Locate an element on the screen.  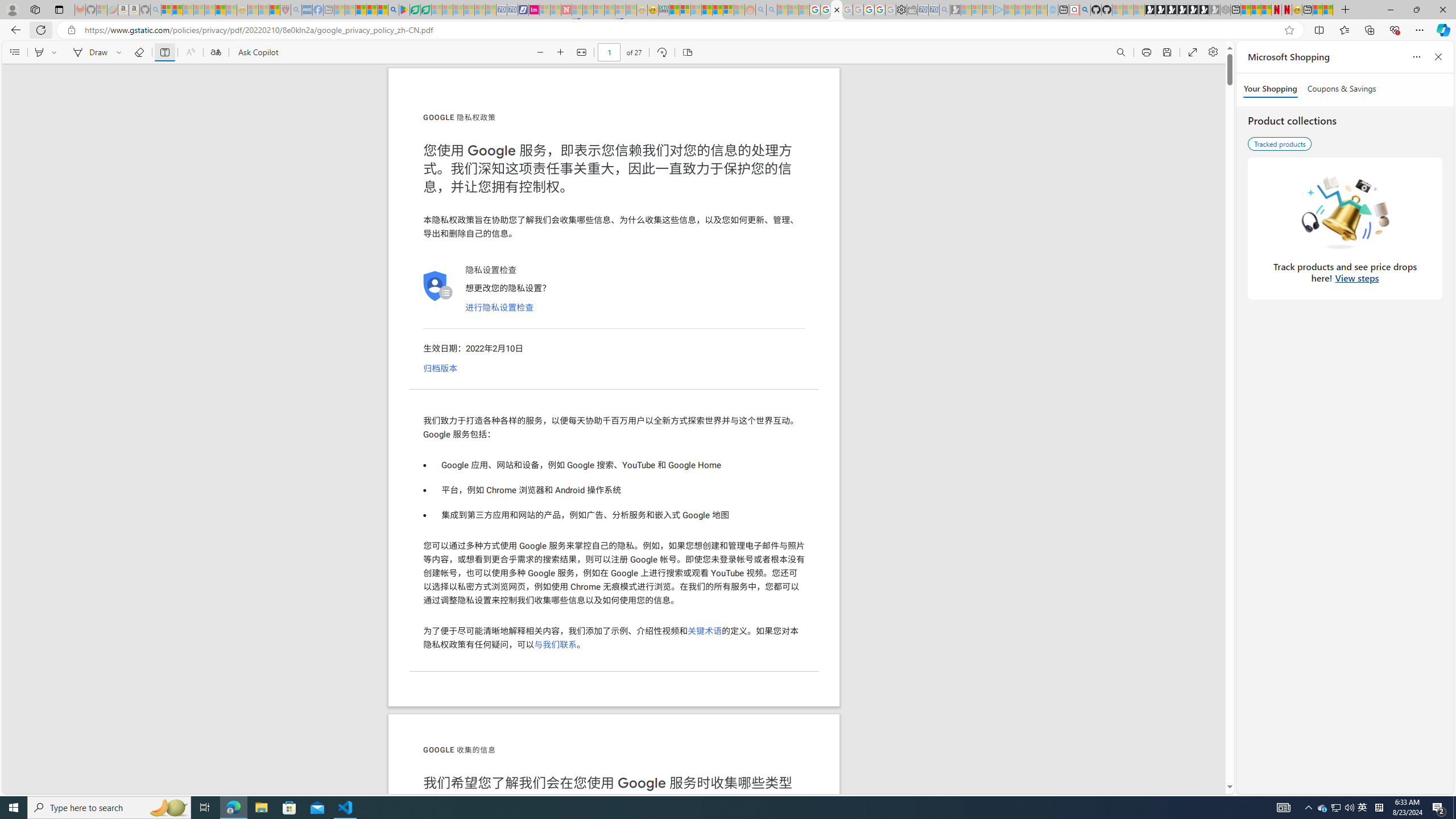
'Highlight' is located at coordinates (39, 52).